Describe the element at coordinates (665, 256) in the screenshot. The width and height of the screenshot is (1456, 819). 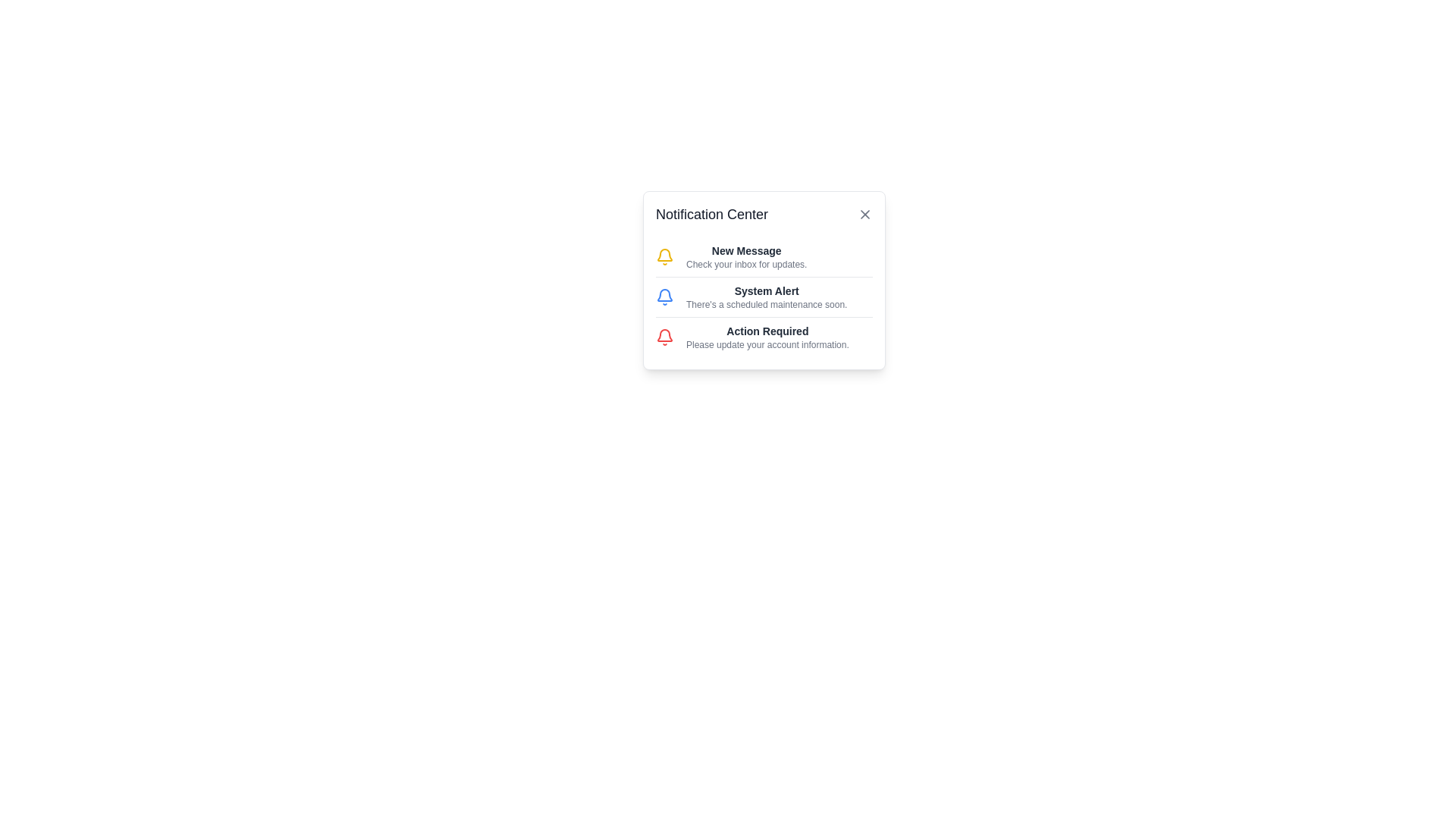
I see `the bell icon indicating a 'New Message' notification in the Notification Center menu, located on the left side of the notification item` at that location.